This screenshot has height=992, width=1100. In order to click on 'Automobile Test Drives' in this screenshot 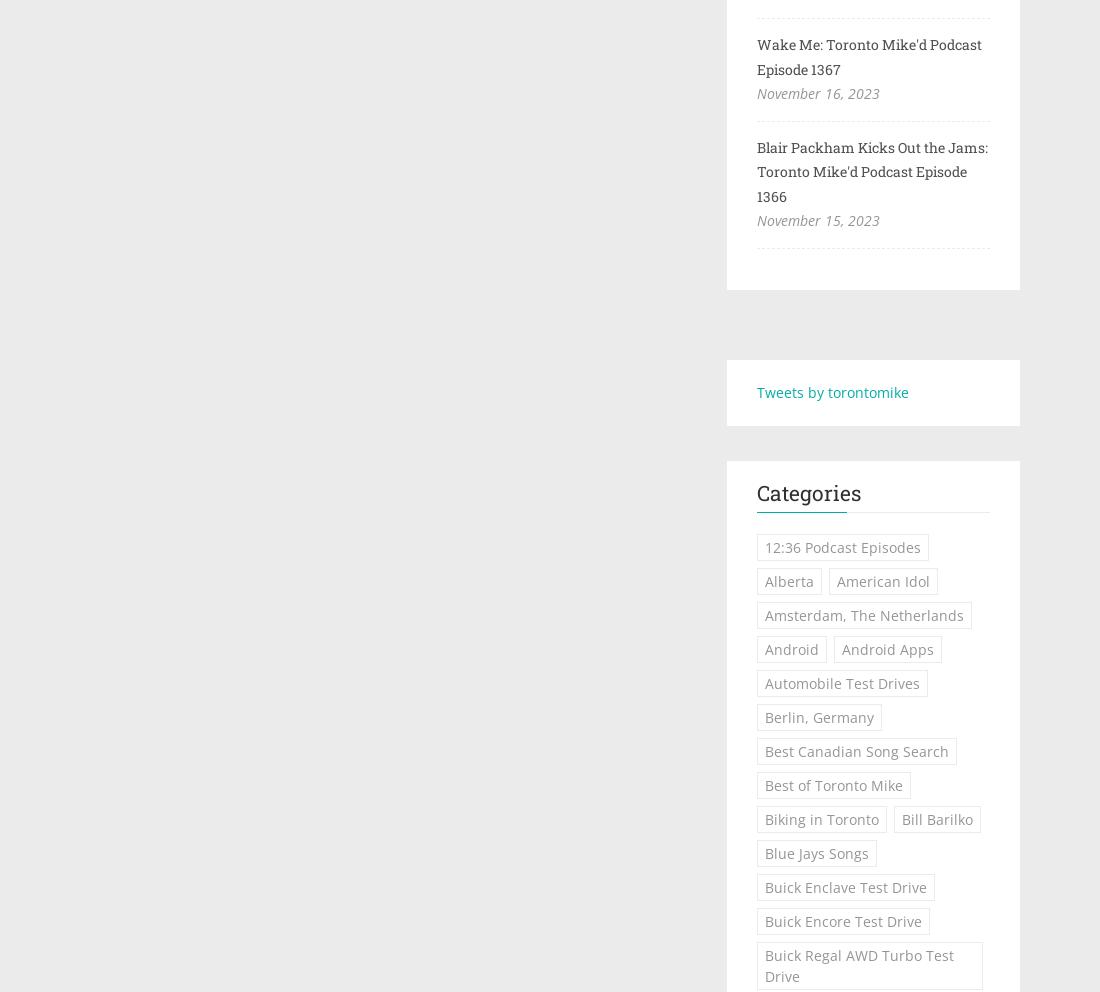, I will do `click(840, 682)`.